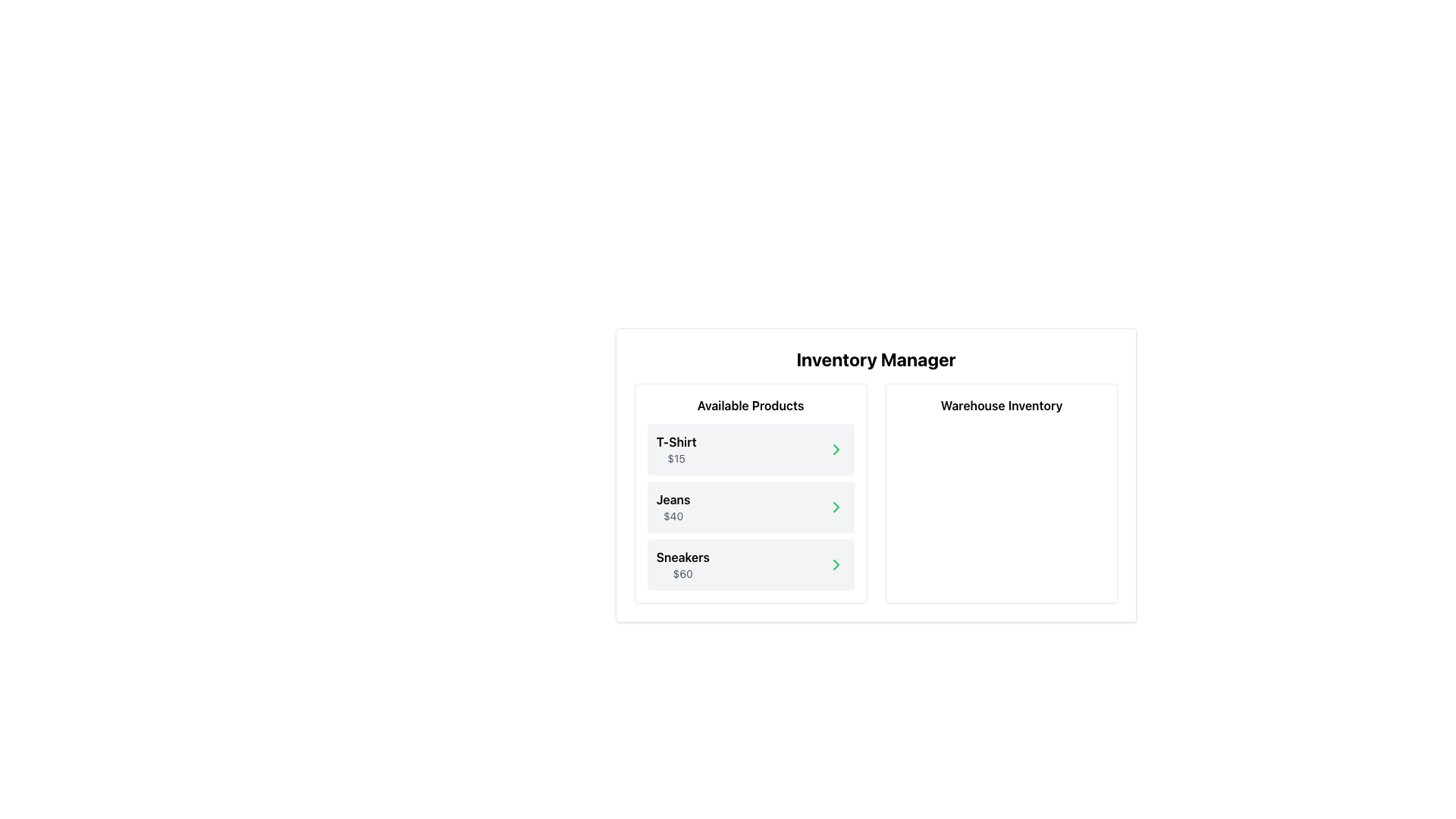 This screenshot has height=819, width=1456. I want to click on the price label '$40' which is located below the product 'Jeans' in the 'Available Products' section, so click(673, 516).